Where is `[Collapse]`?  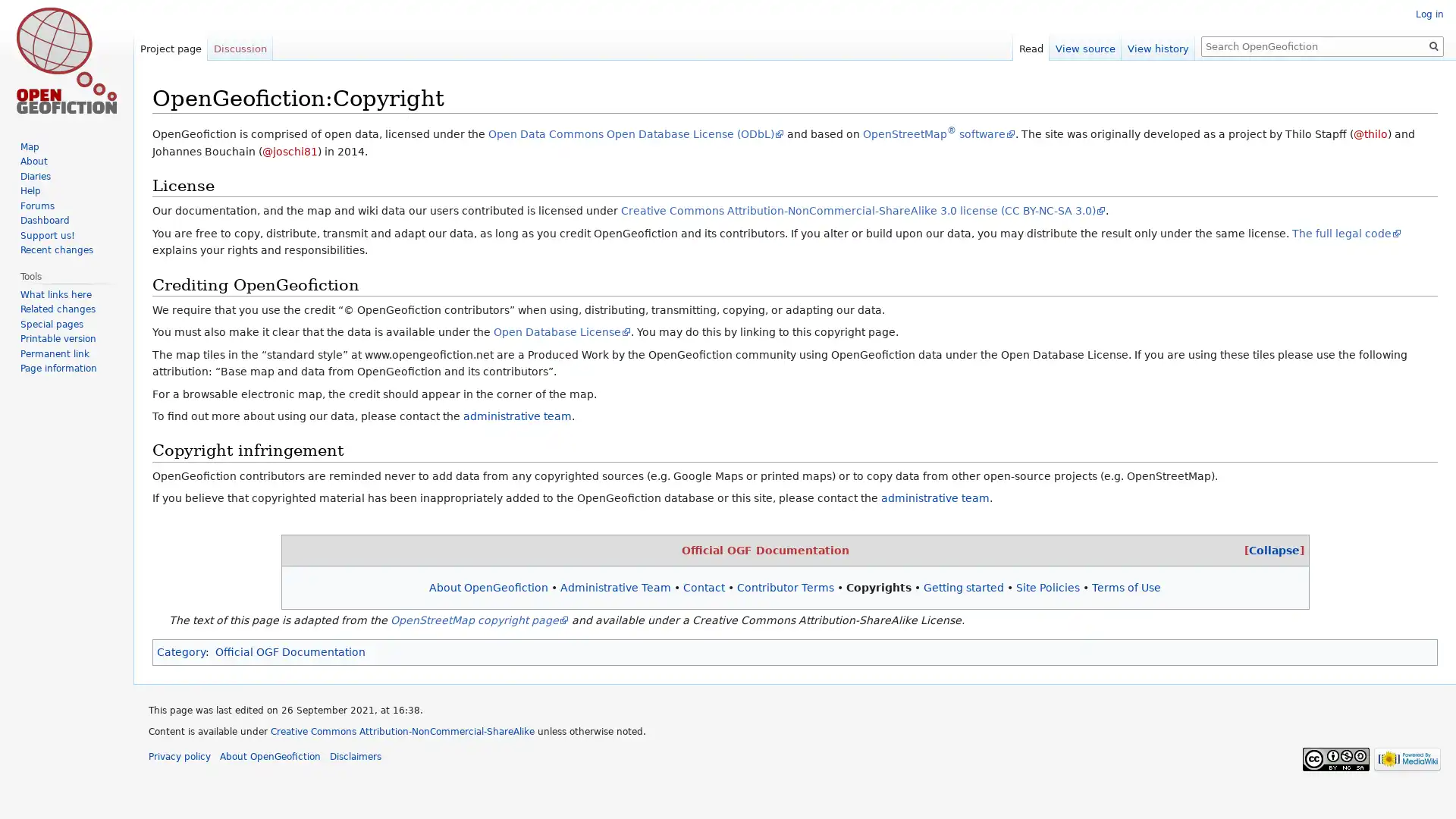 [Collapse] is located at coordinates (1273, 550).